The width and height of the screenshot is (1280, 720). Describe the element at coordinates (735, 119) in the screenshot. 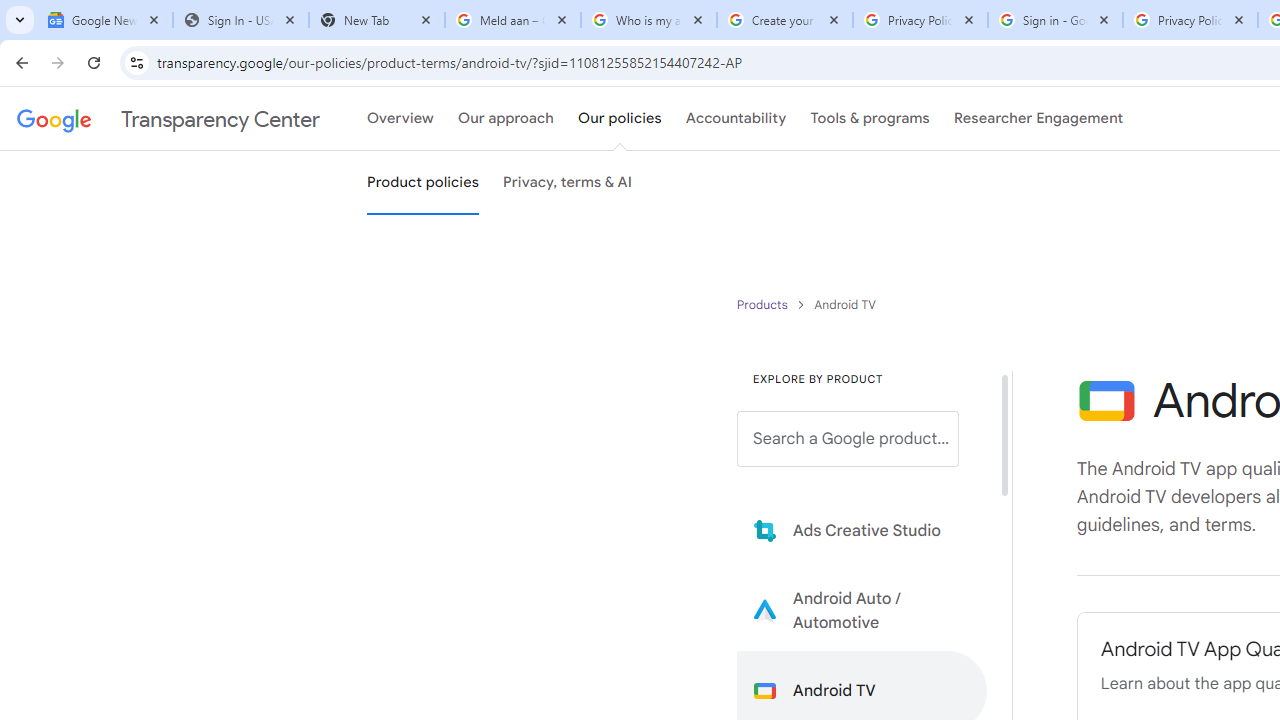

I see `'Accountability'` at that location.